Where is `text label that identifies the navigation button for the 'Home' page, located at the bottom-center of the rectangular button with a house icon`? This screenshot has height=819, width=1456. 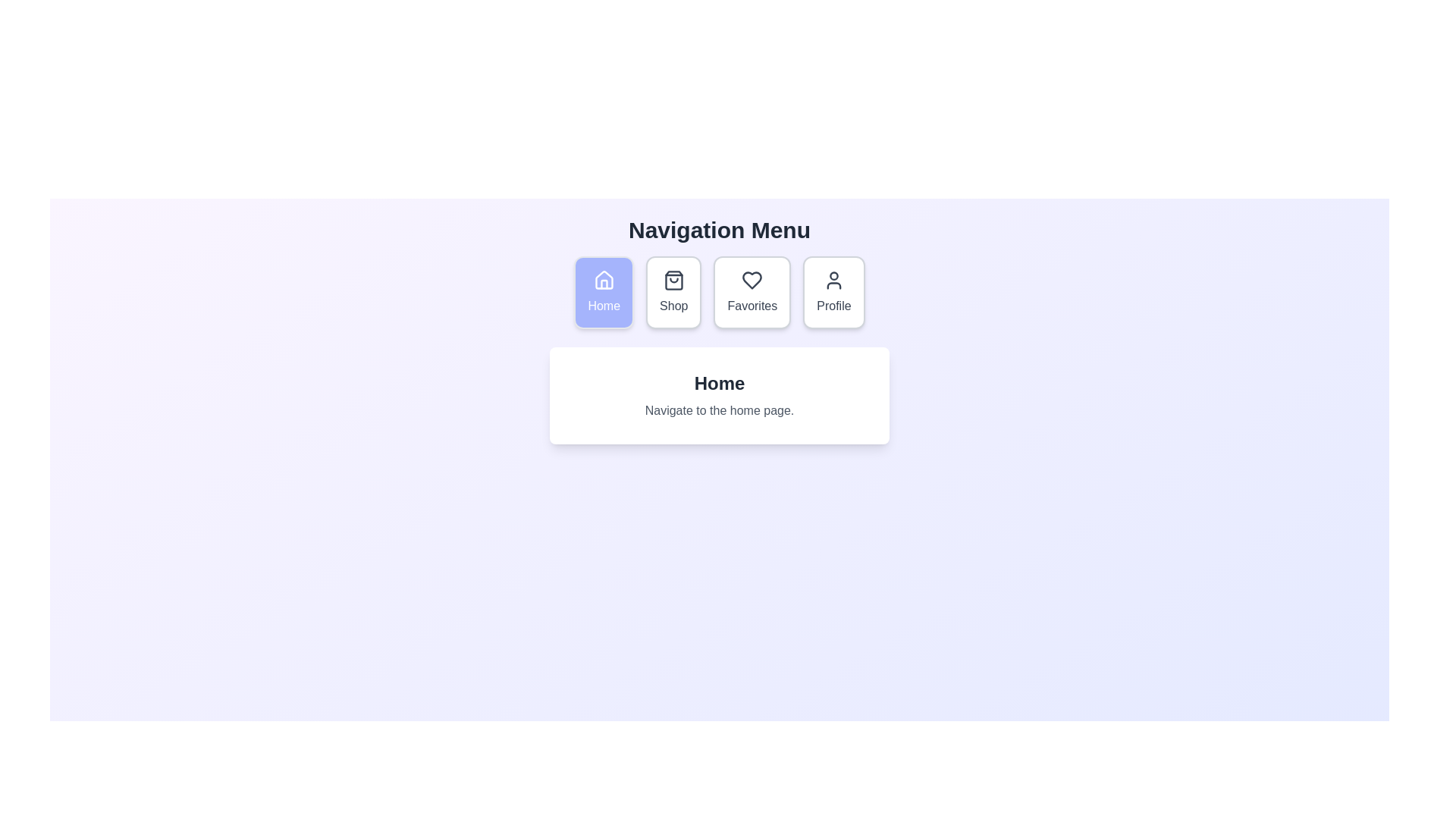 text label that identifies the navigation button for the 'Home' page, located at the bottom-center of the rectangular button with a house icon is located at coordinates (603, 306).